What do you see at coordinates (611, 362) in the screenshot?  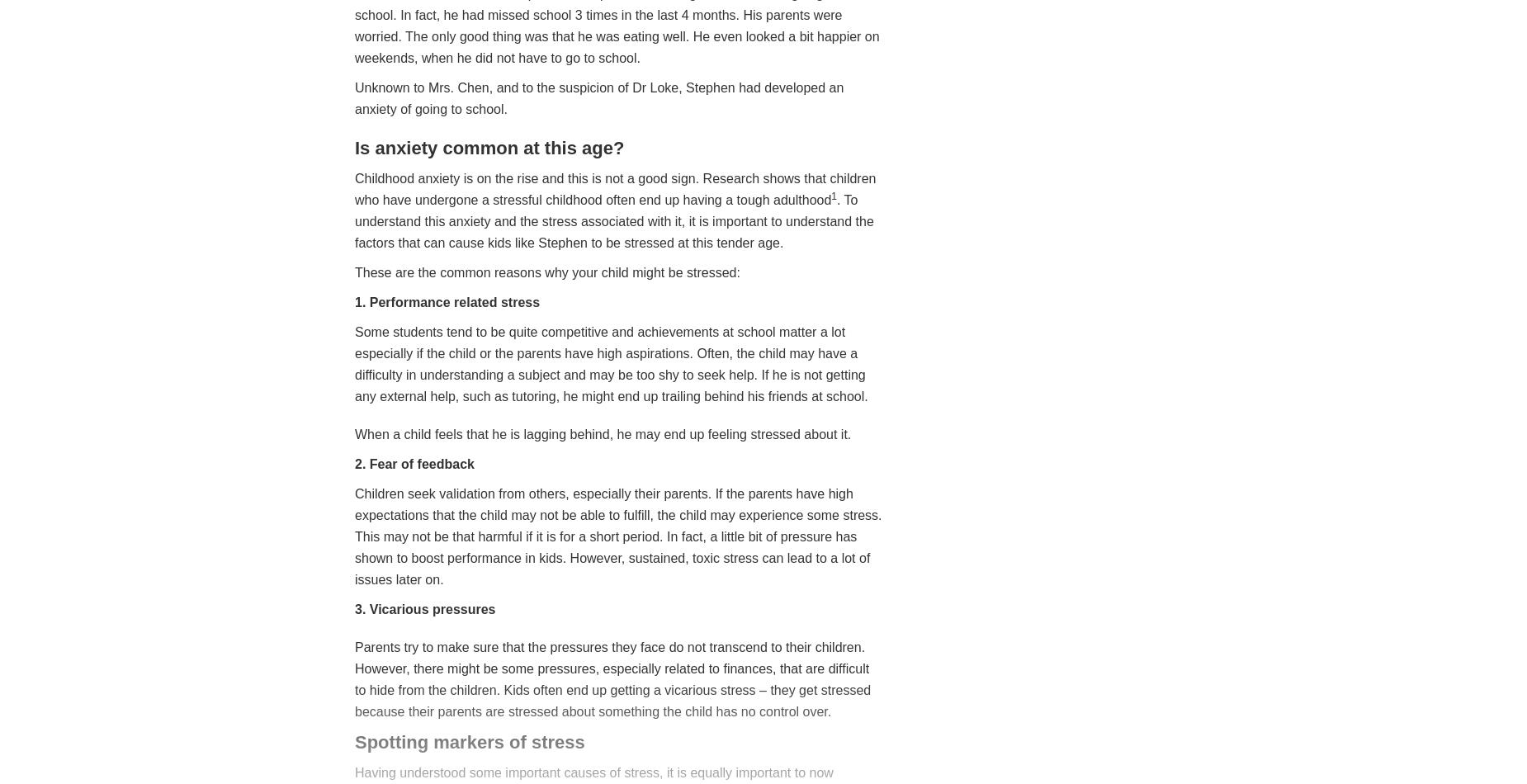 I see `'Some students tend to be quite competitive and achievements at school matter a lot especially if the child or the parents have high aspirations. Often, the child may have a difficulty in understanding a subject and may be too shy to seek help. If he is not getting any external help, such as tutoring, he might end up trailing behind his friends at school.'` at bounding box center [611, 362].